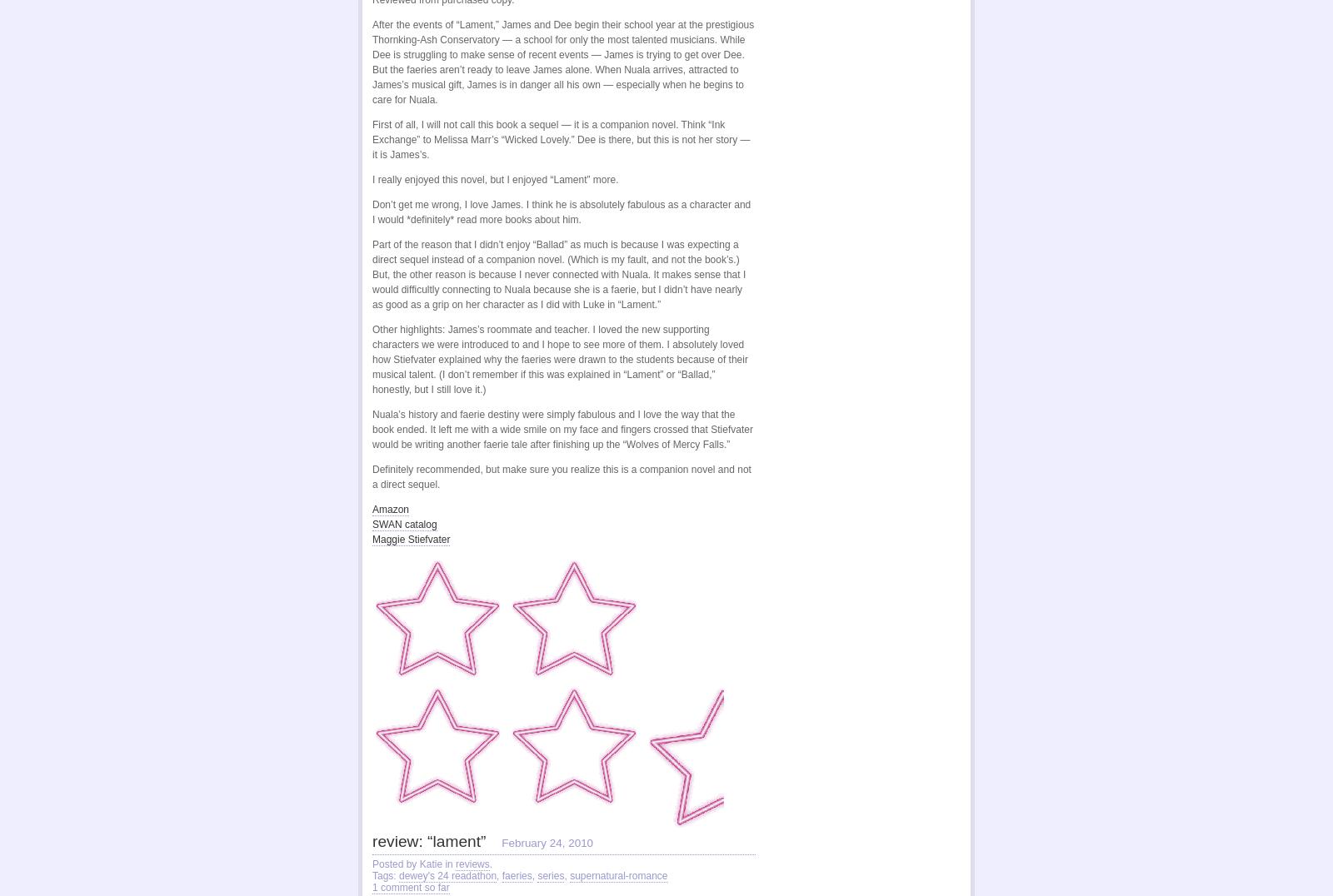  I want to click on 'supernatural-romance', so click(570, 874).